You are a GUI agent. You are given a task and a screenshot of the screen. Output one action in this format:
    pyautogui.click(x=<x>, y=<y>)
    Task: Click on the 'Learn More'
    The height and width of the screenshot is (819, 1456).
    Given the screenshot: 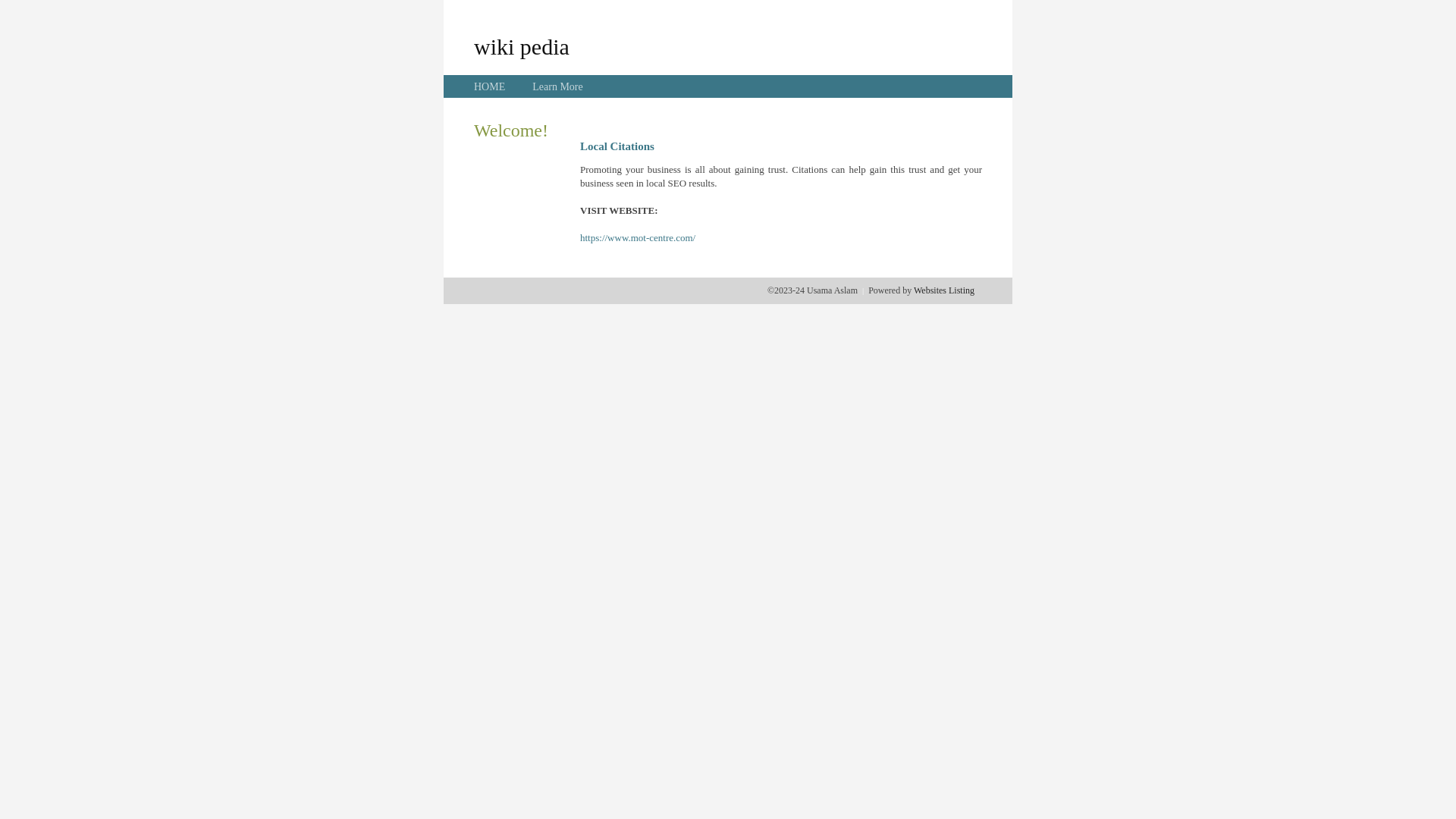 What is the action you would take?
    pyautogui.click(x=556, y=86)
    